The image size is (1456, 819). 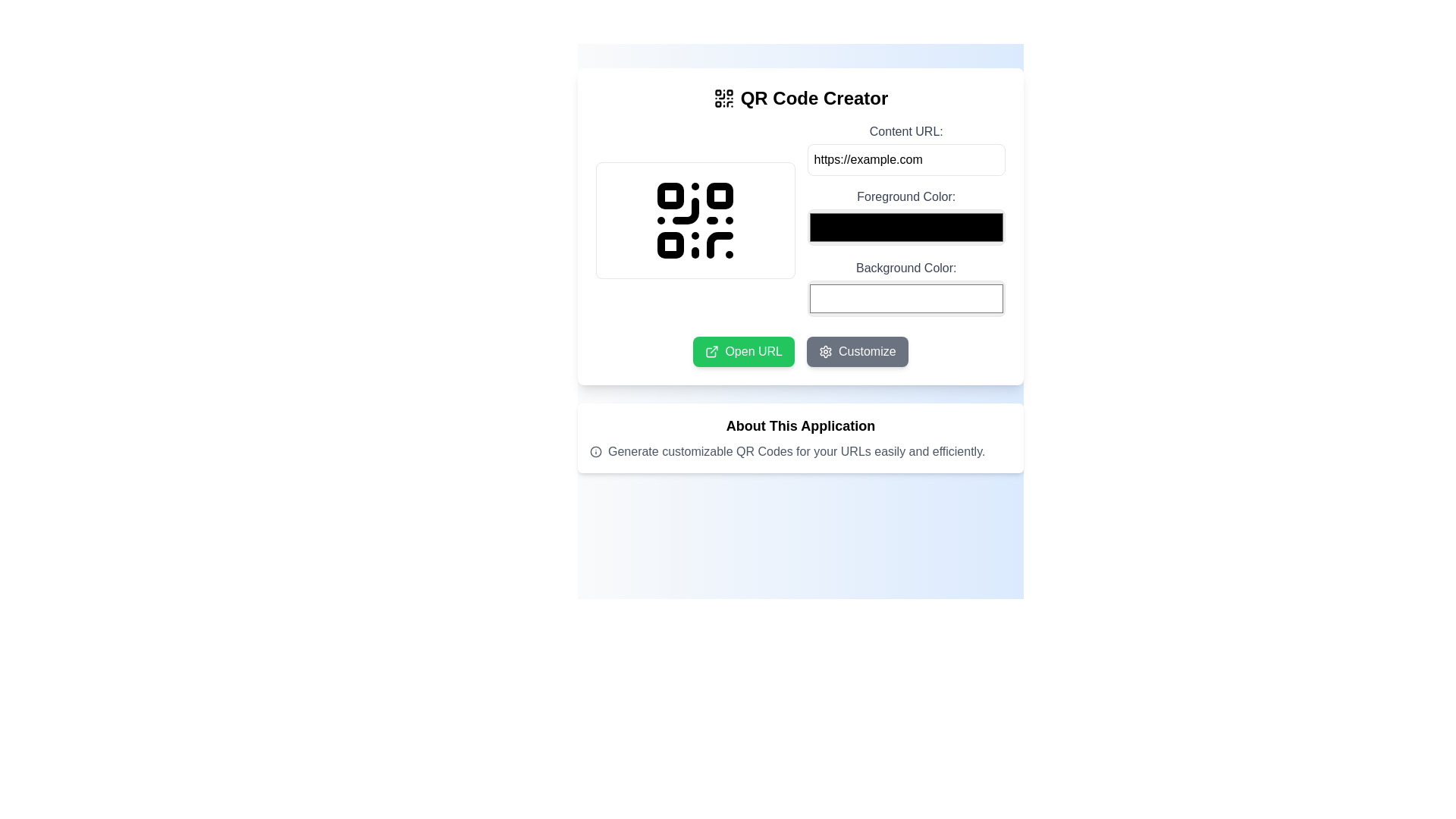 What do you see at coordinates (906, 217) in the screenshot?
I see `the black rectangular color picker input field located under the 'Foreground Color:' label` at bounding box center [906, 217].